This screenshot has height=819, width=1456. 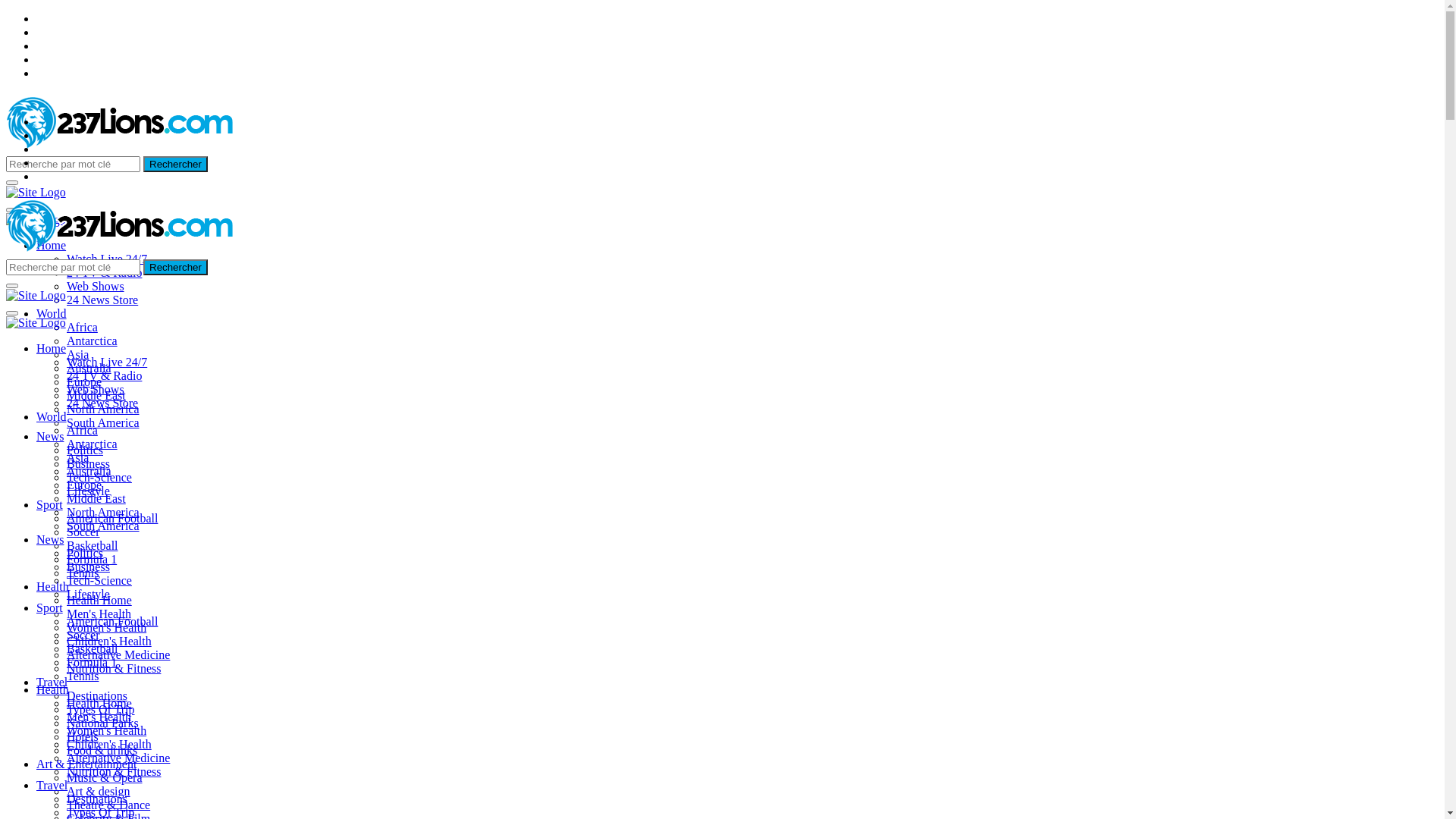 What do you see at coordinates (98, 703) in the screenshot?
I see `'Health Home'` at bounding box center [98, 703].